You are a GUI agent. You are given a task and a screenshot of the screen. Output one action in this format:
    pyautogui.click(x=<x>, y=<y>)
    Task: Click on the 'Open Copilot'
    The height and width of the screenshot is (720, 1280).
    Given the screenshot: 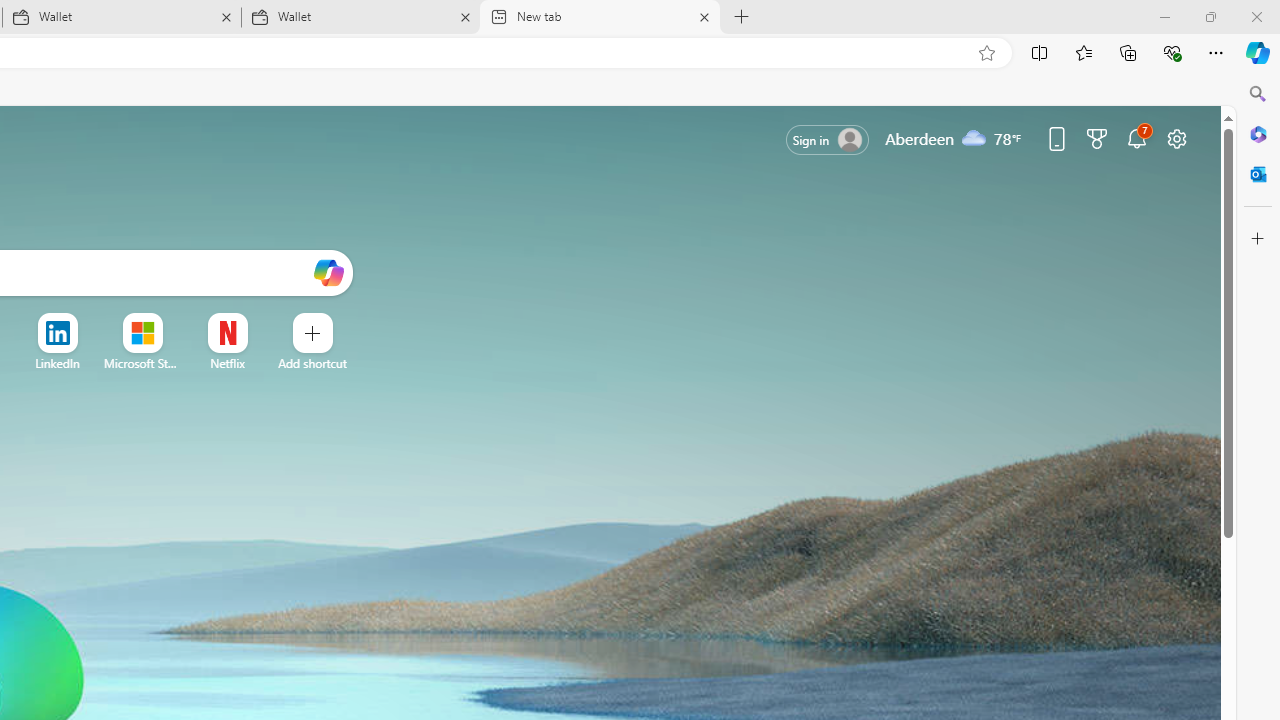 What is the action you would take?
    pyautogui.click(x=328, y=273)
    